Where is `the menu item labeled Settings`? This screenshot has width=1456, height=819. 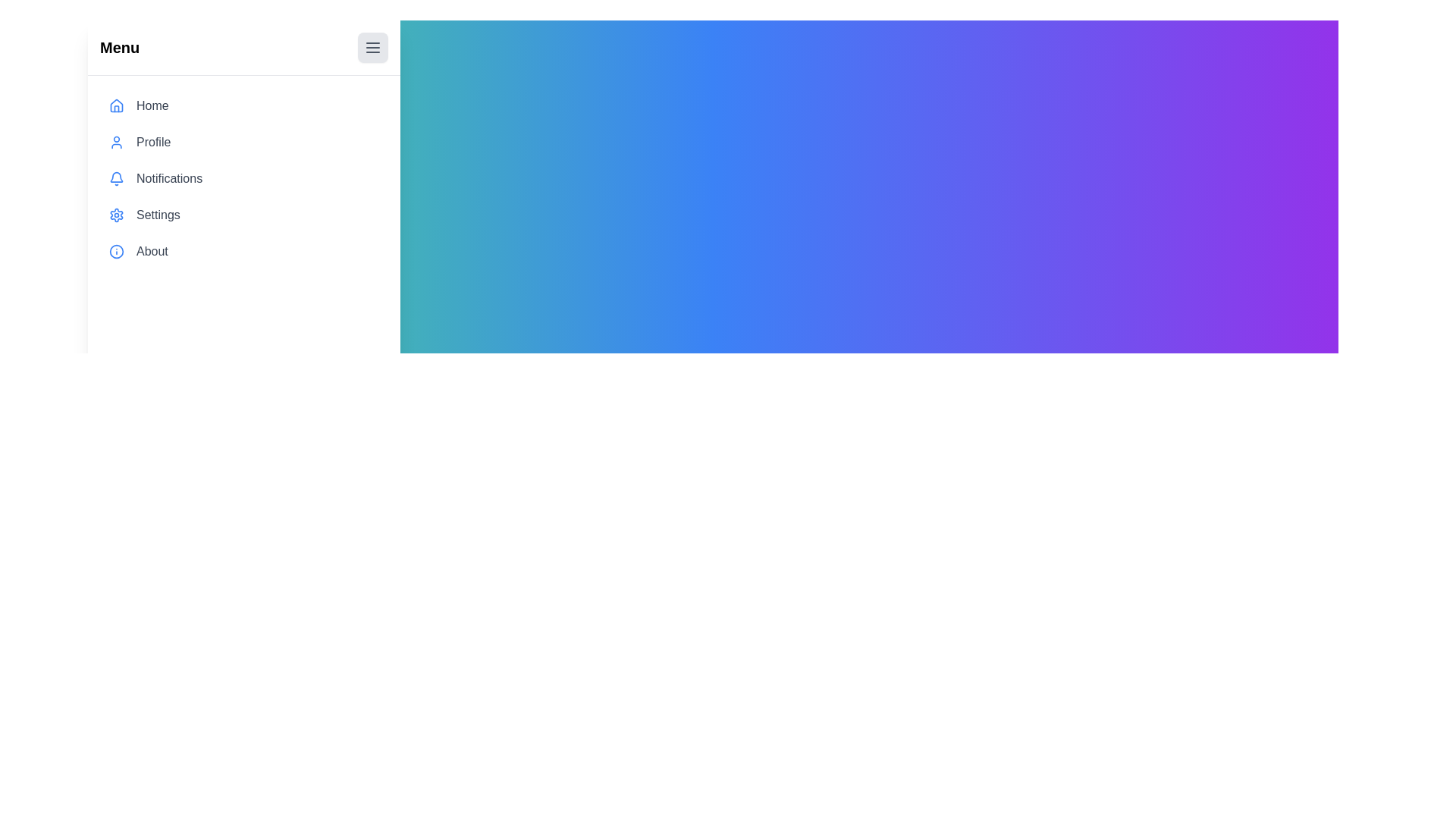
the menu item labeled Settings is located at coordinates (244, 215).